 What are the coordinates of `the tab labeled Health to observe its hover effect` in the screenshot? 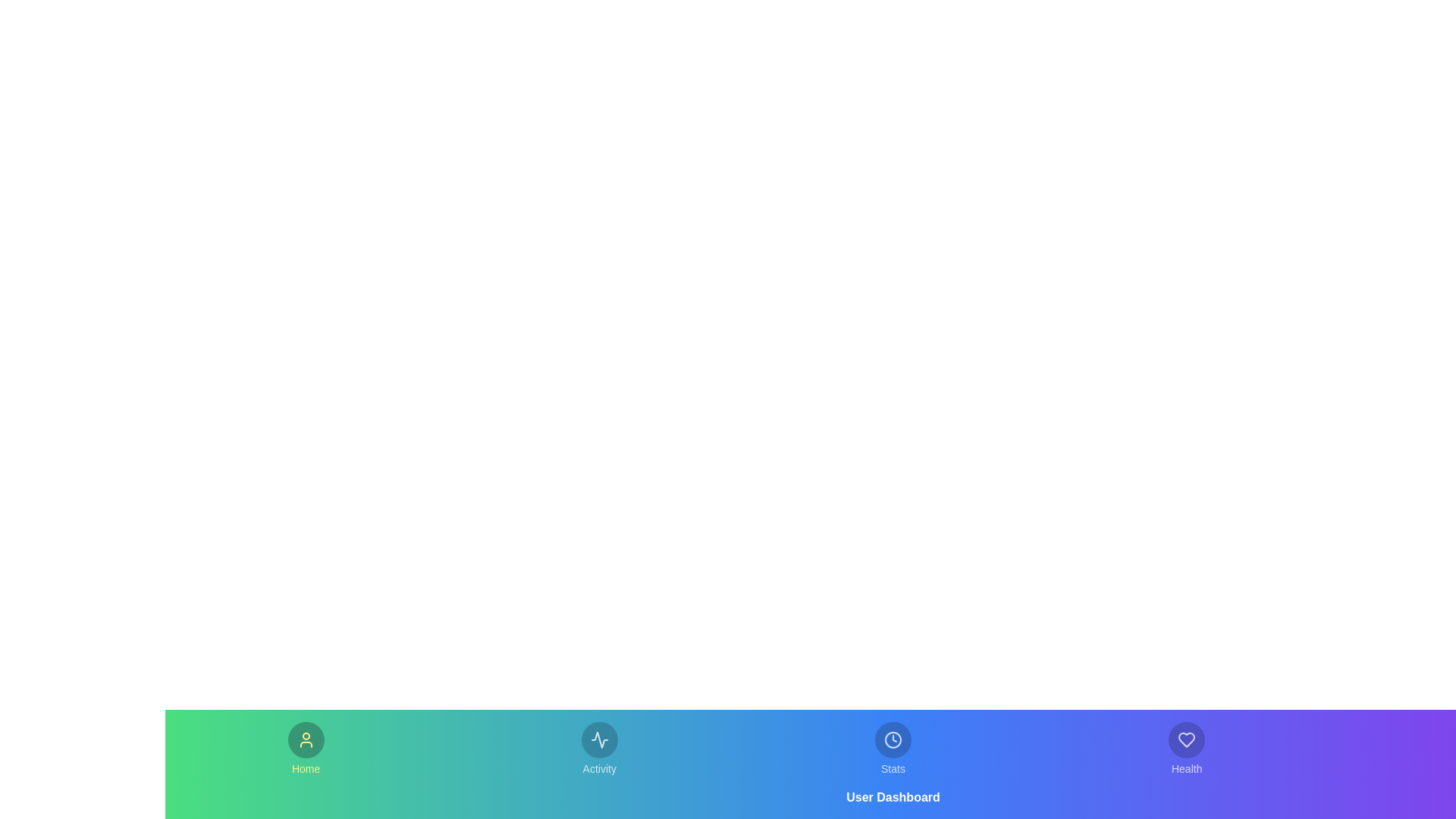 It's located at (1186, 748).